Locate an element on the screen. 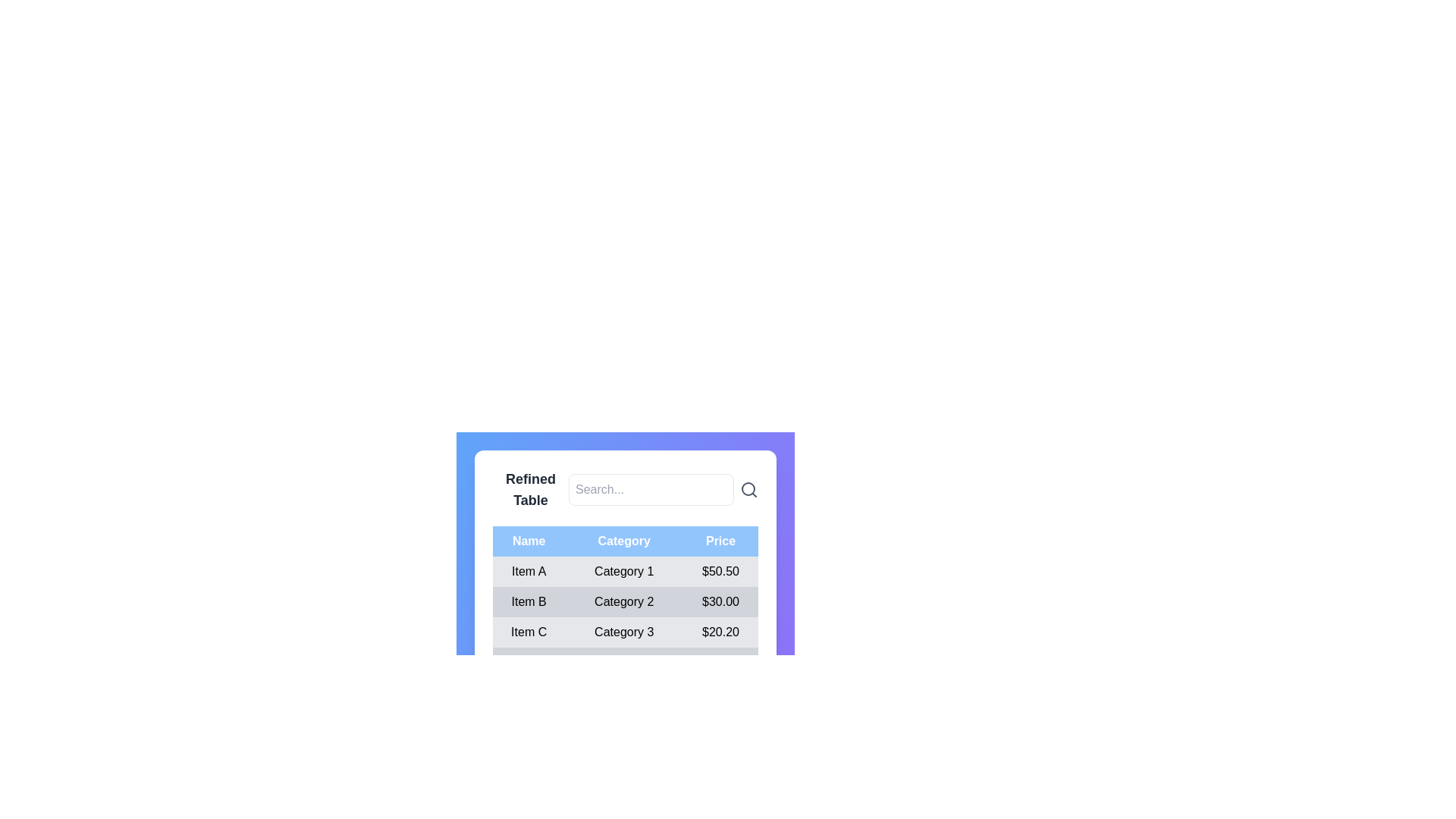 This screenshot has width=1456, height=819. the first row in the table, which contains the cells 'Item A', 'Category 1', and '$50.50' is located at coordinates (626, 571).